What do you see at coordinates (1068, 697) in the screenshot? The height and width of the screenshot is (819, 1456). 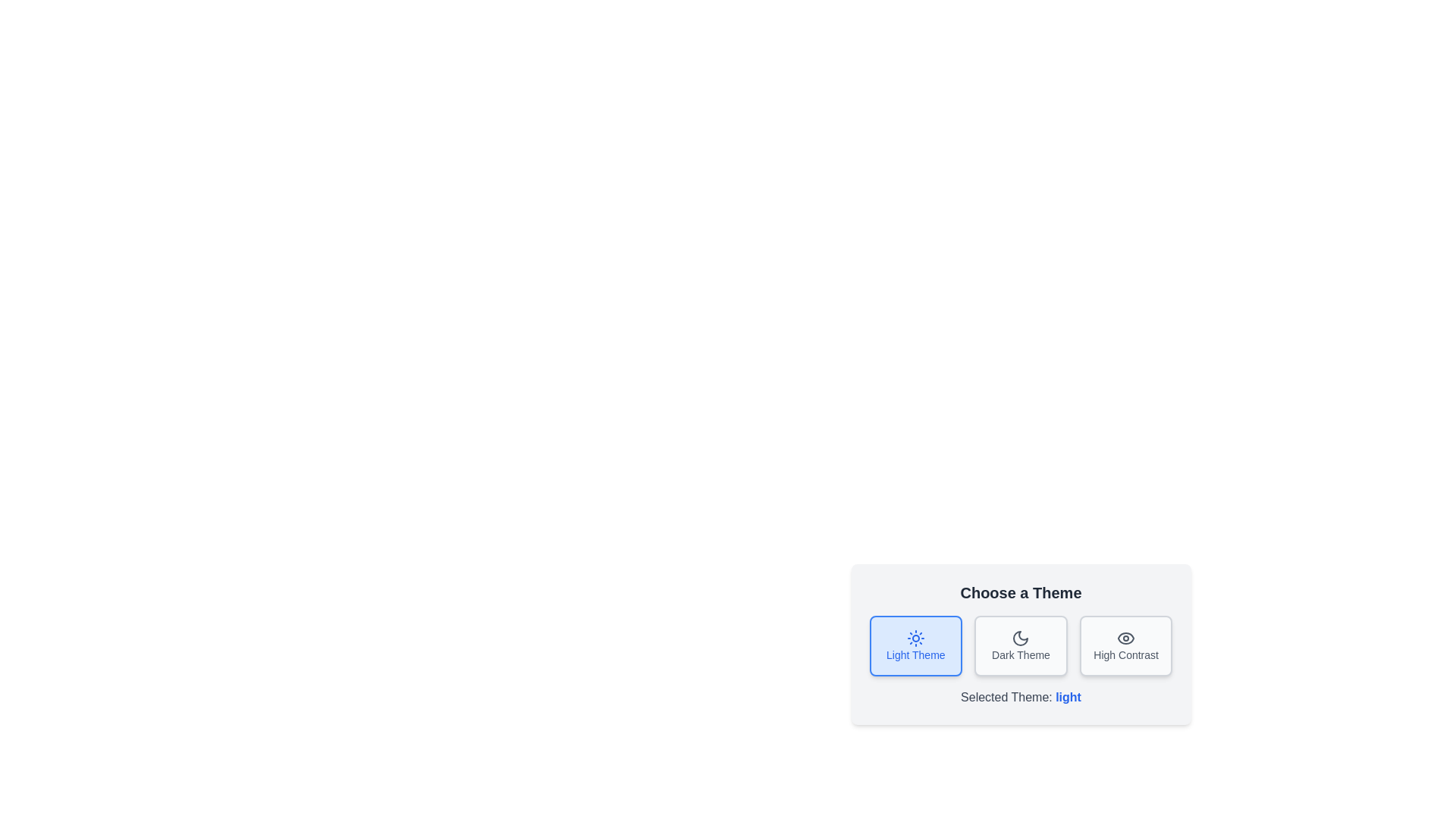 I see `the text content of the element displaying the selected theme` at bounding box center [1068, 697].